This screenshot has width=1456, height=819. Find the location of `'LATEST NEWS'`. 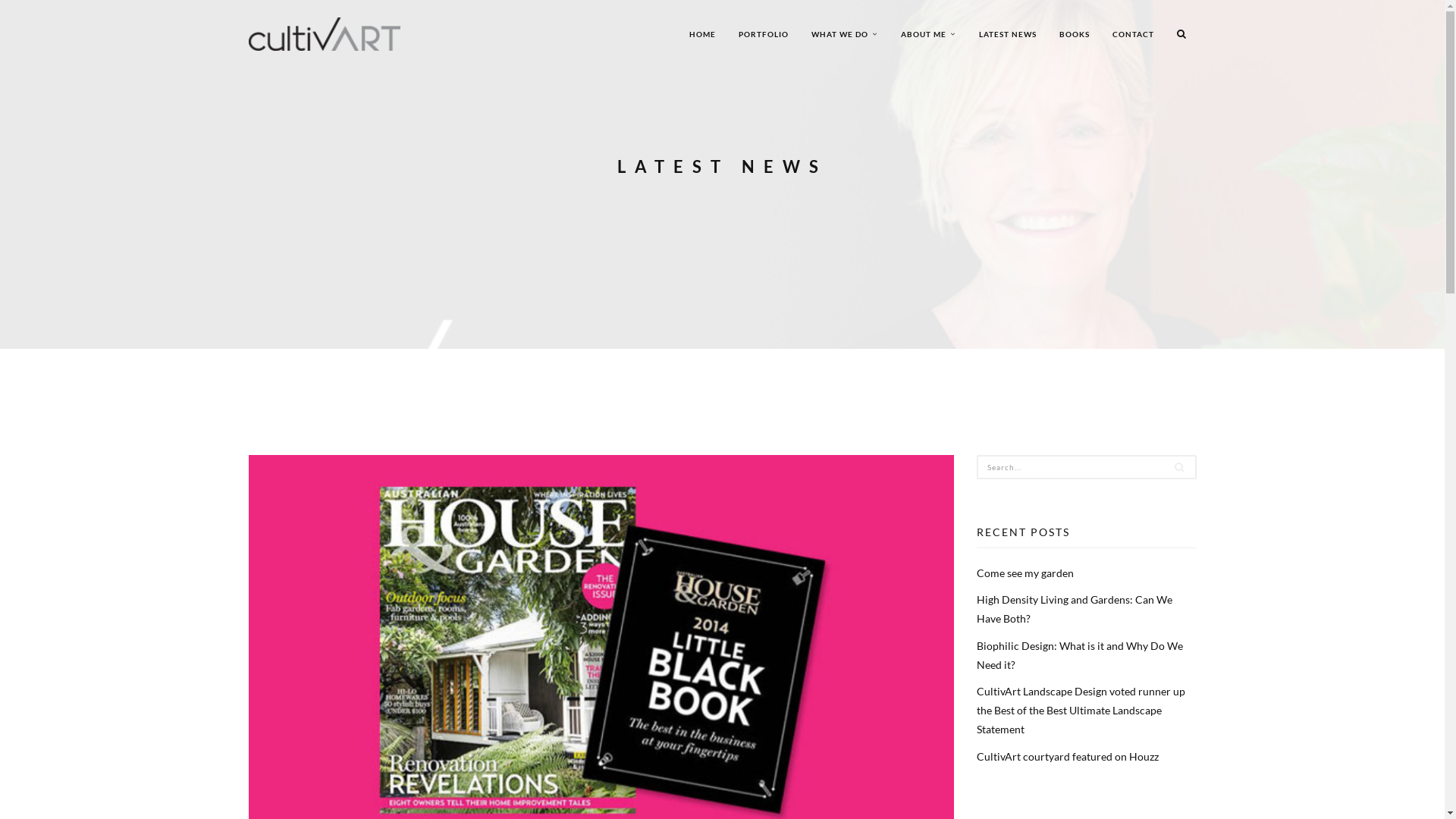

'LATEST NEWS' is located at coordinates (1008, 34).